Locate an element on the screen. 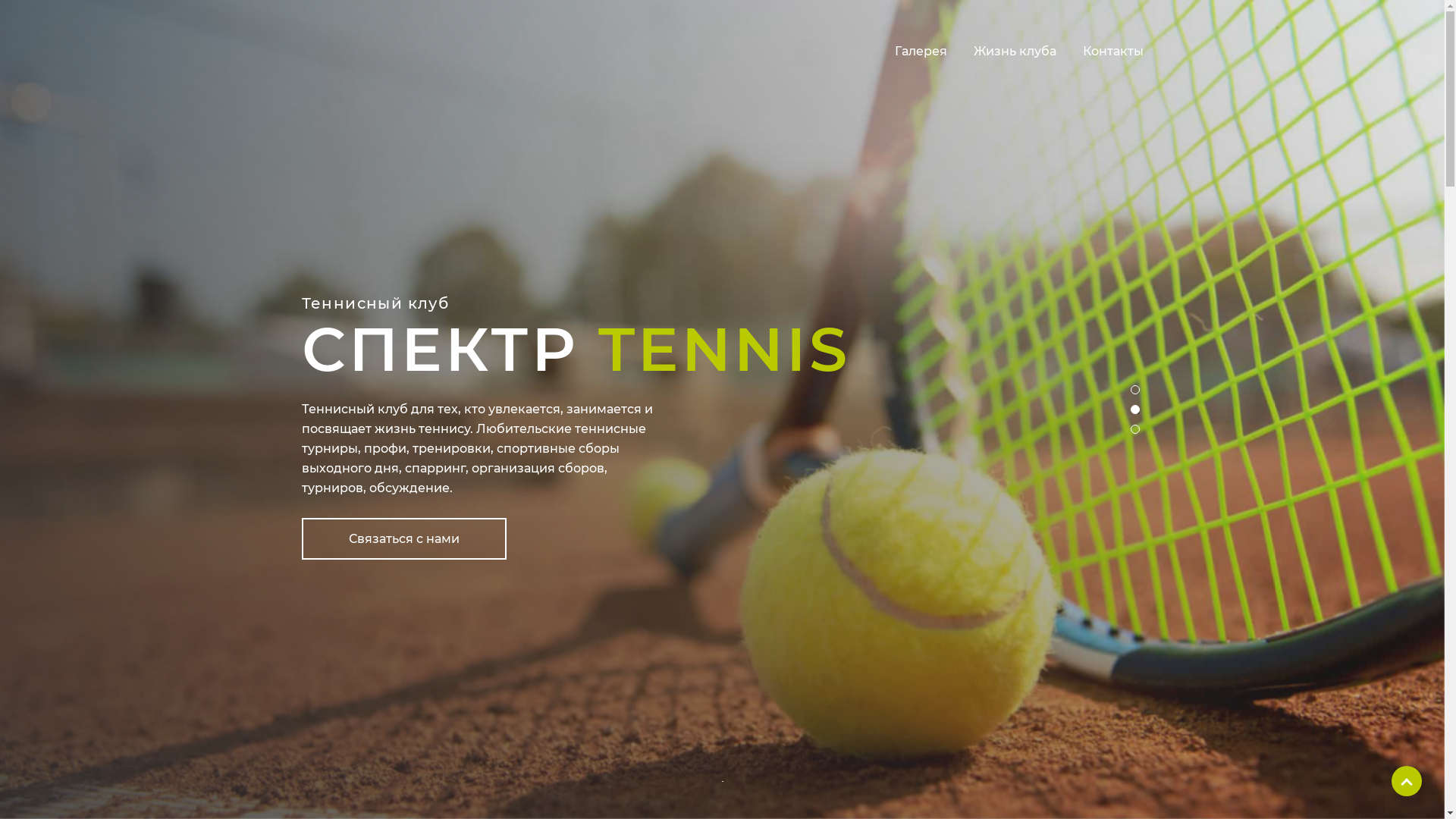 This screenshot has height=819, width=1456. '3' is located at coordinates (1139, 432).